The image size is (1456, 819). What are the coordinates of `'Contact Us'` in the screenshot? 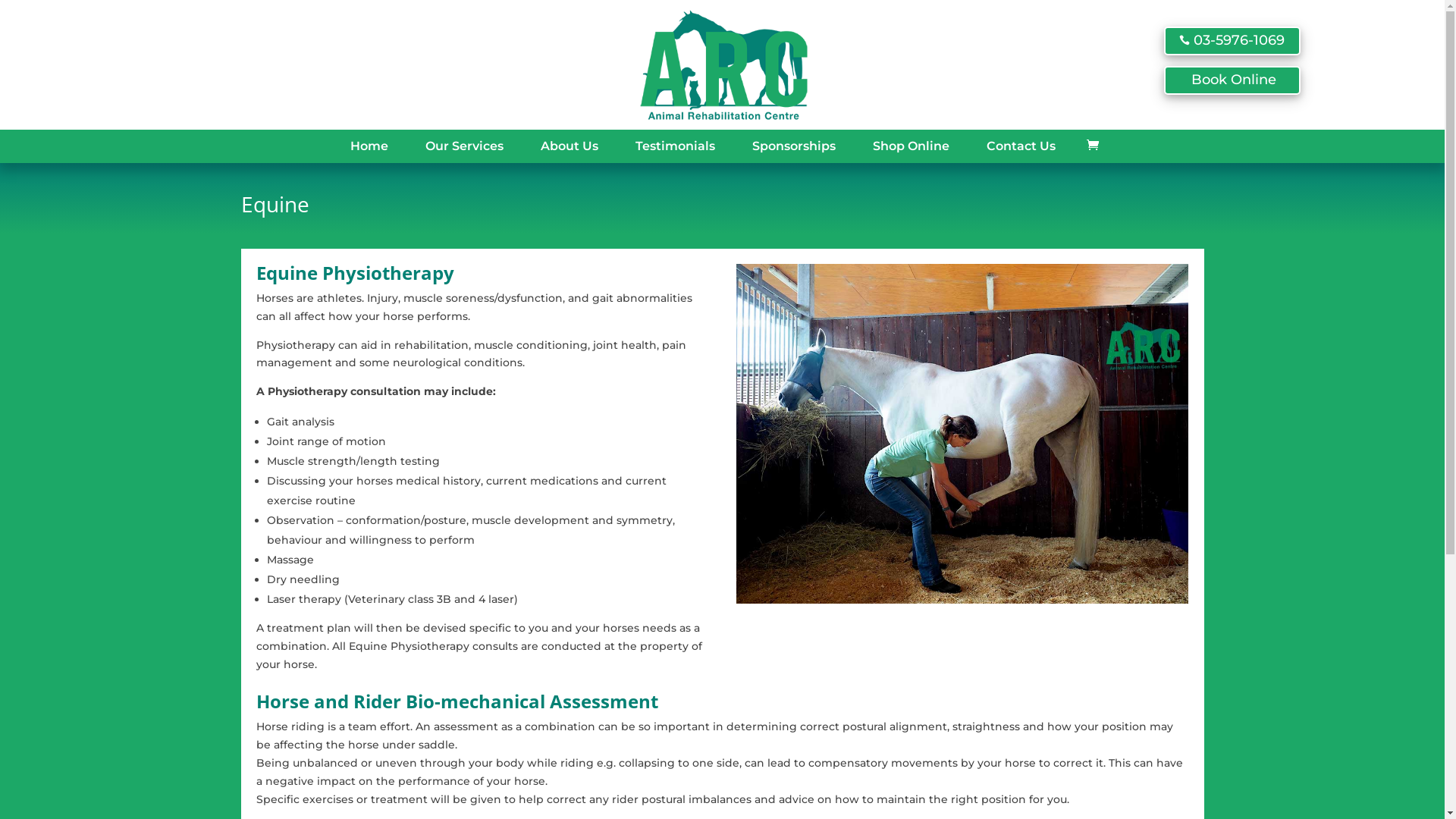 It's located at (975, 146).